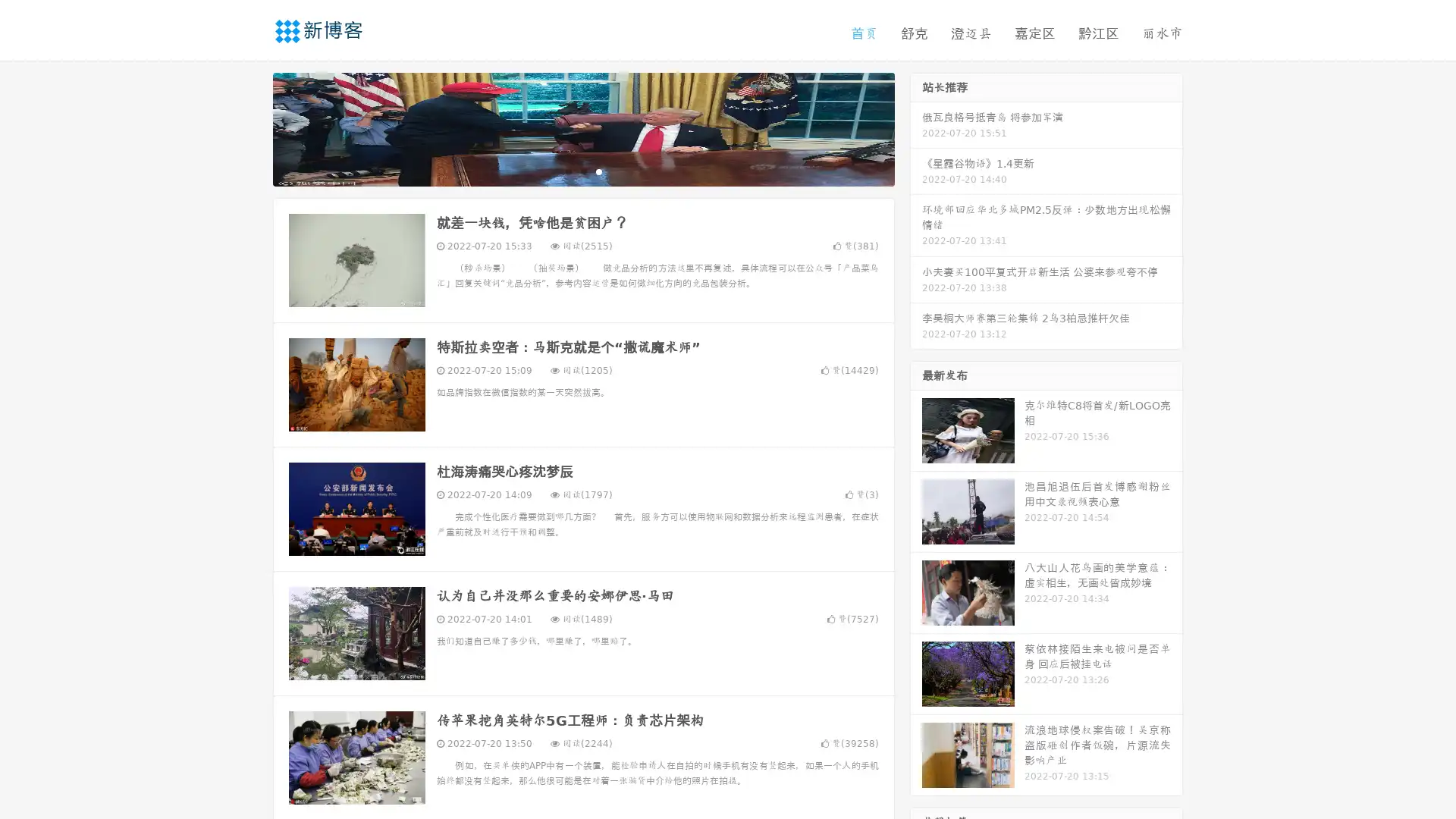 The height and width of the screenshot is (819, 1456). Describe the element at coordinates (916, 127) in the screenshot. I see `Next slide` at that location.